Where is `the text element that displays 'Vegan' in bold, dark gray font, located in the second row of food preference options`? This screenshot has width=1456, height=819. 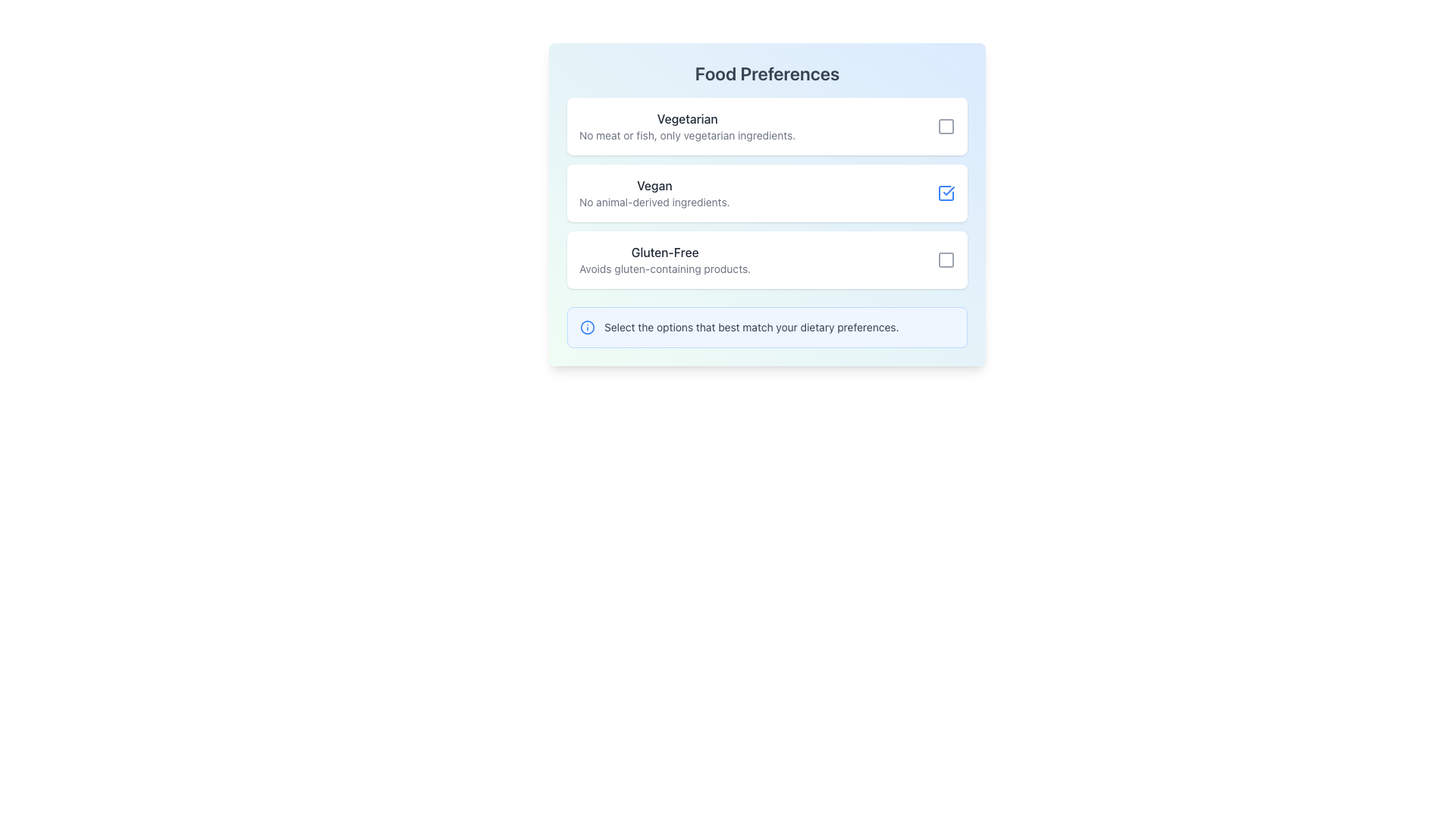 the text element that displays 'Vegan' in bold, dark gray font, located in the second row of food preference options is located at coordinates (654, 185).